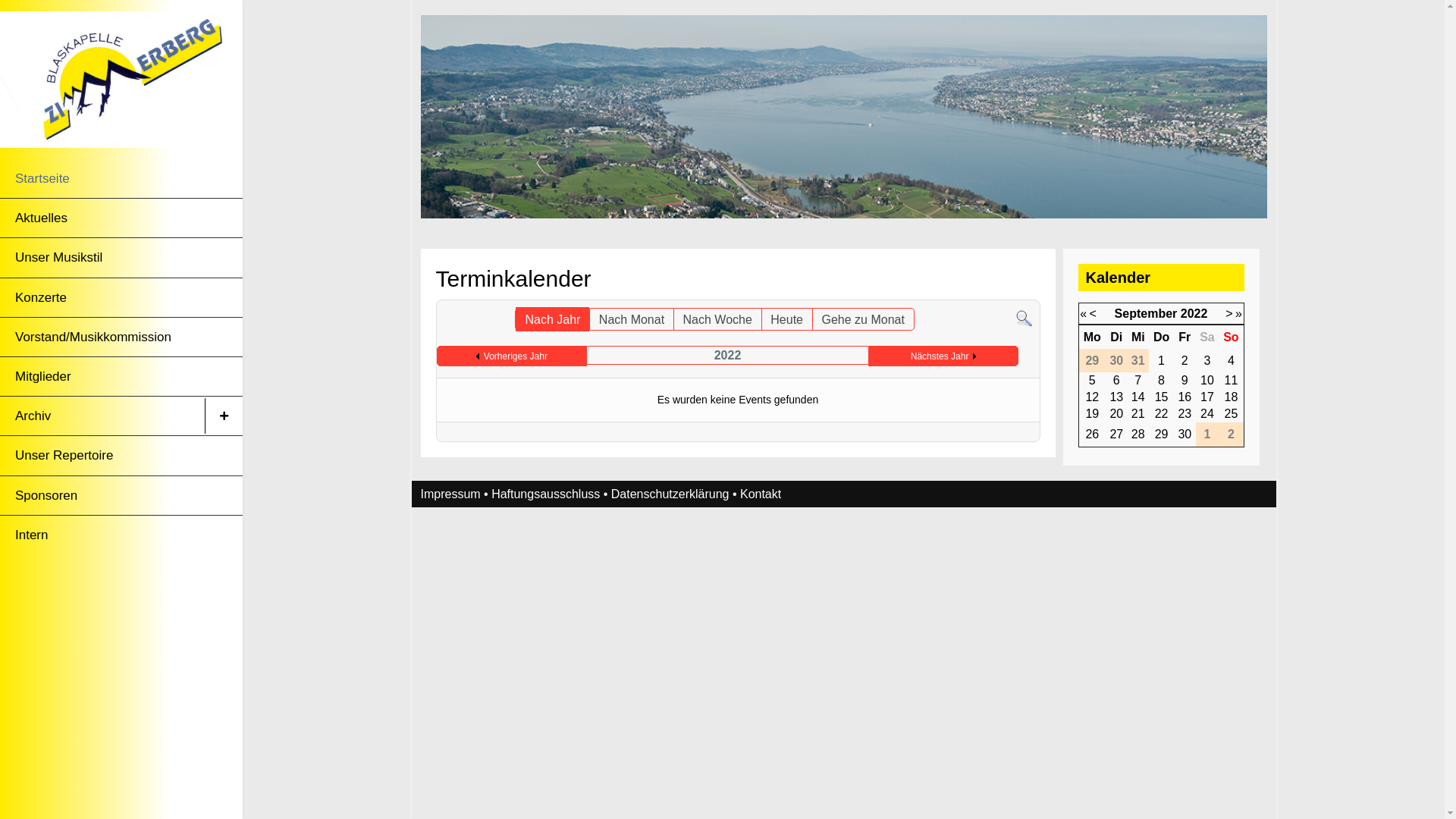 The width and height of the screenshot is (1456, 819). What do you see at coordinates (101, 495) in the screenshot?
I see `'Sponsoren'` at bounding box center [101, 495].